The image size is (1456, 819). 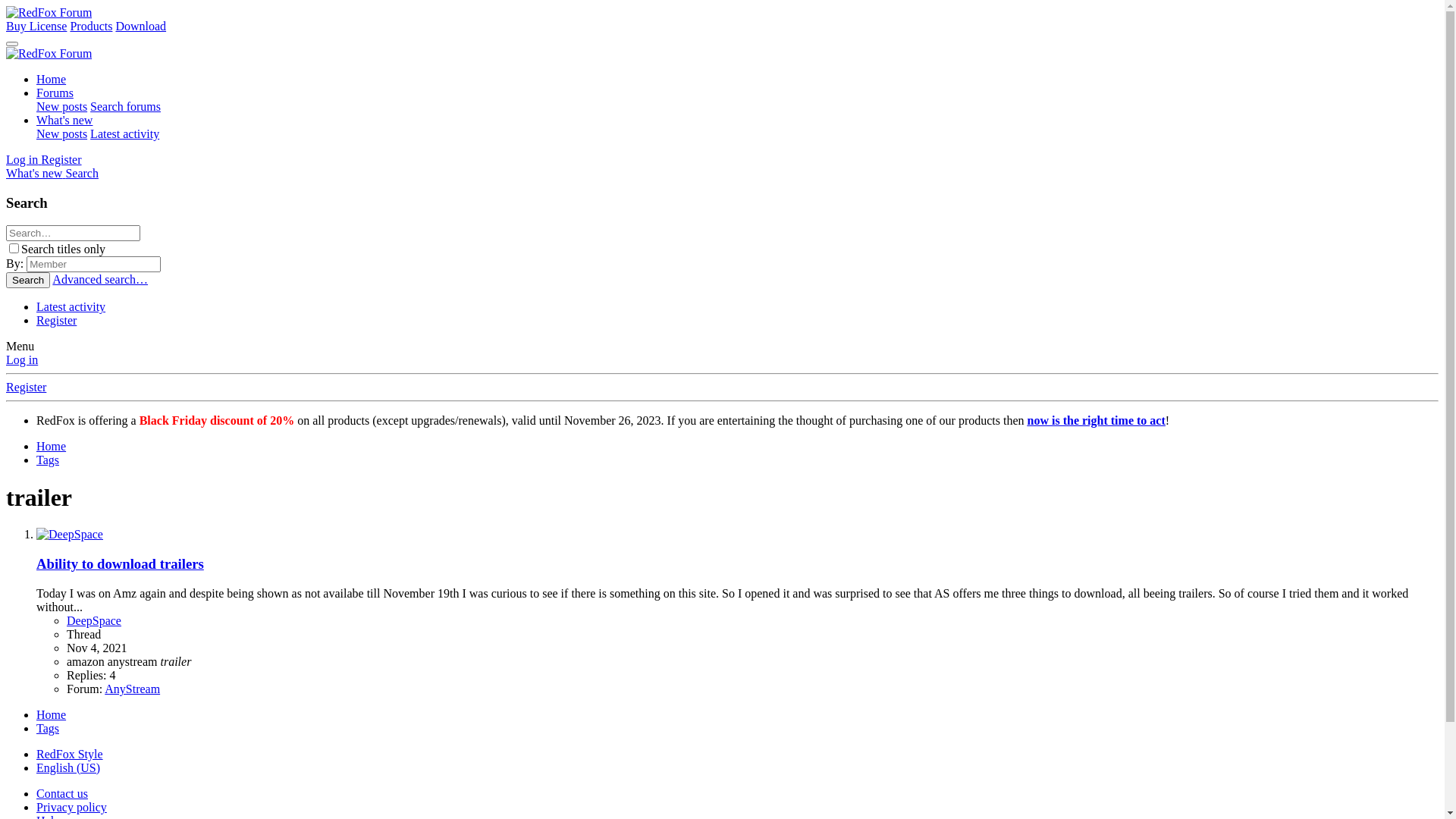 What do you see at coordinates (64, 119) in the screenshot?
I see `'What's new'` at bounding box center [64, 119].